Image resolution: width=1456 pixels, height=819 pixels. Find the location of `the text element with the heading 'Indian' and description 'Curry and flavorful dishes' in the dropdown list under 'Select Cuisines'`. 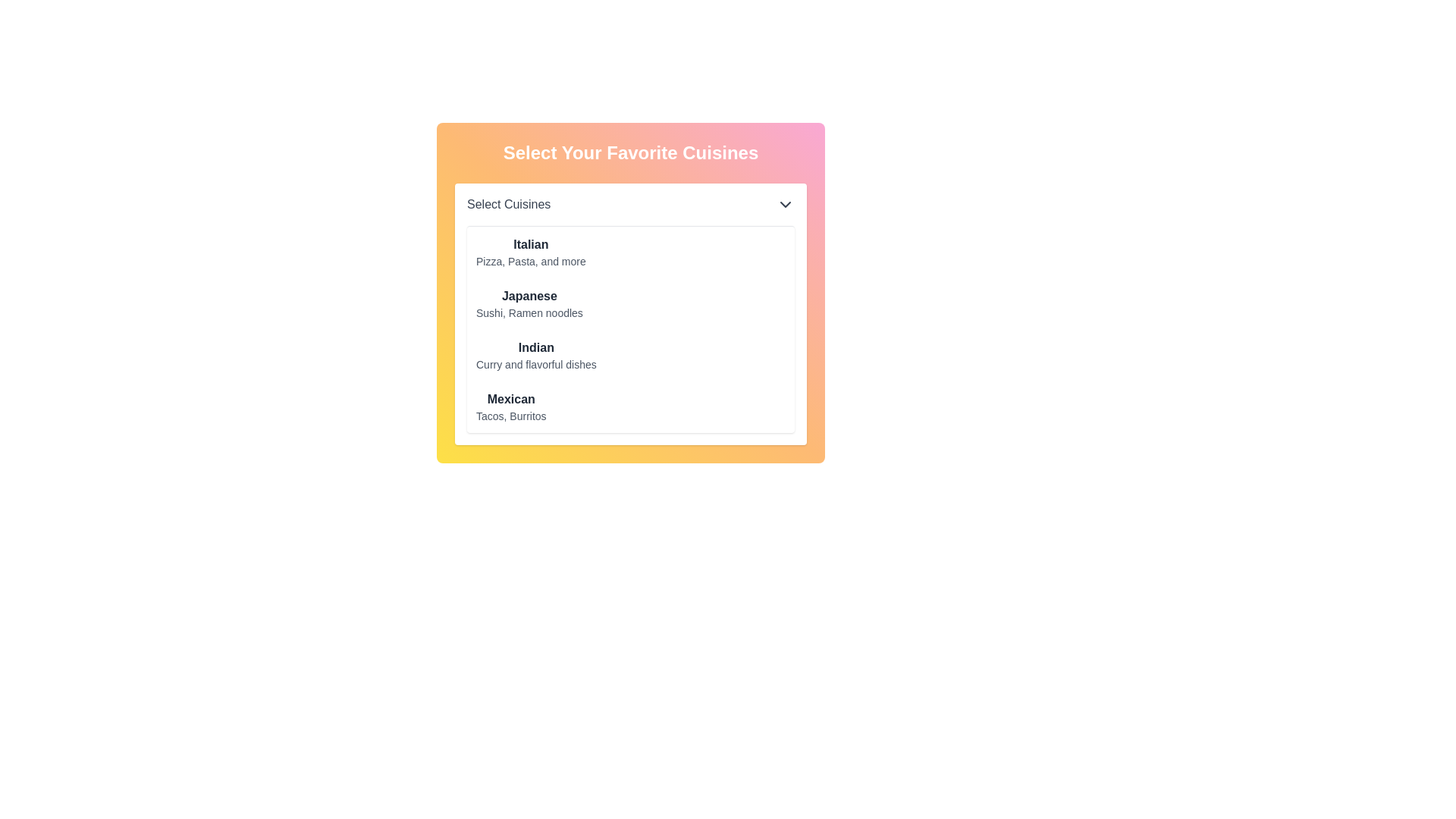

the text element with the heading 'Indian' and description 'Curry and flavorful dishes' in the dropdown list under 'Select Cuisines' is located at coordinates (536, 356).